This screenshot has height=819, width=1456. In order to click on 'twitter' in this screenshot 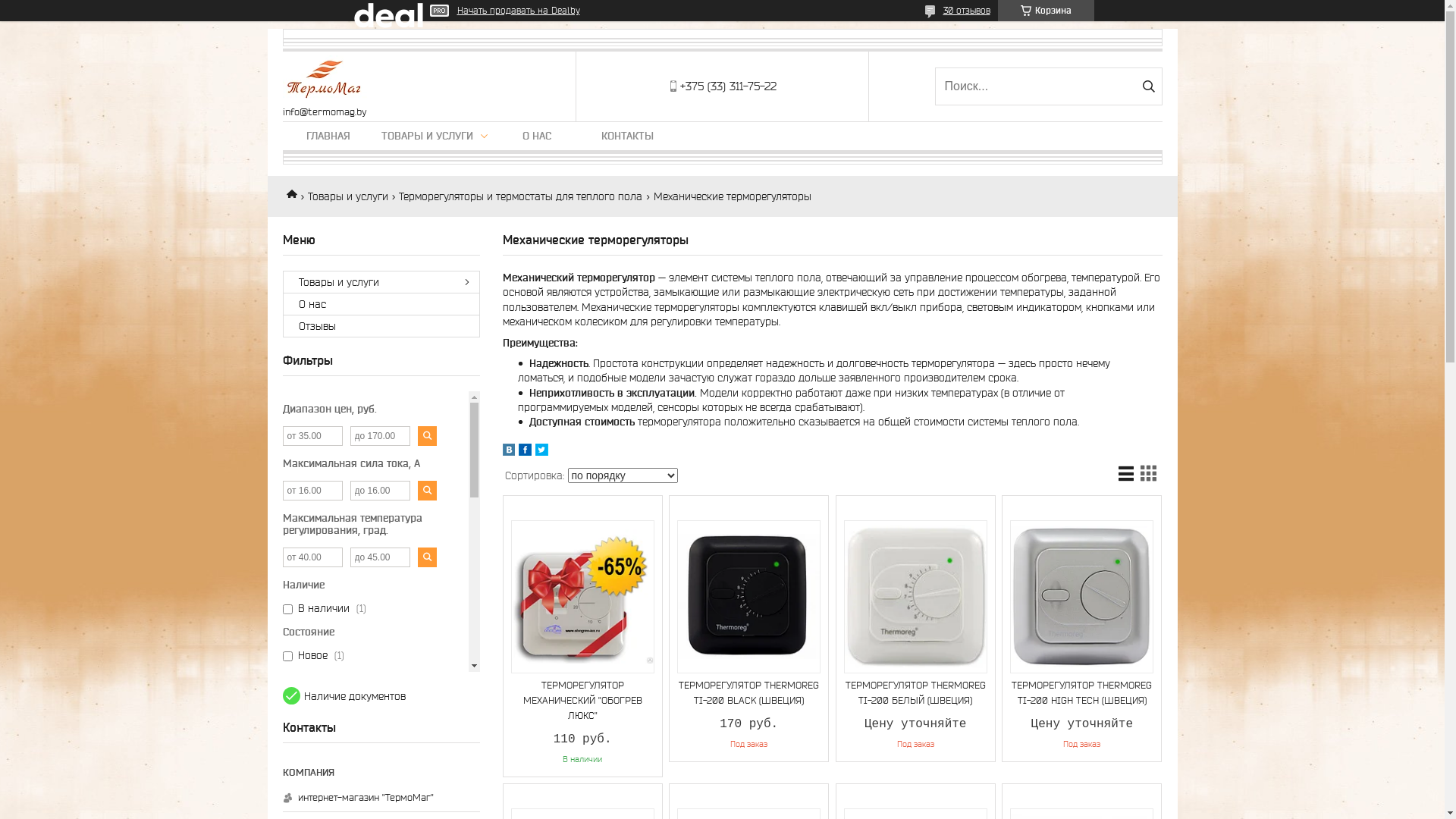, I will do `click(541, 451)`.